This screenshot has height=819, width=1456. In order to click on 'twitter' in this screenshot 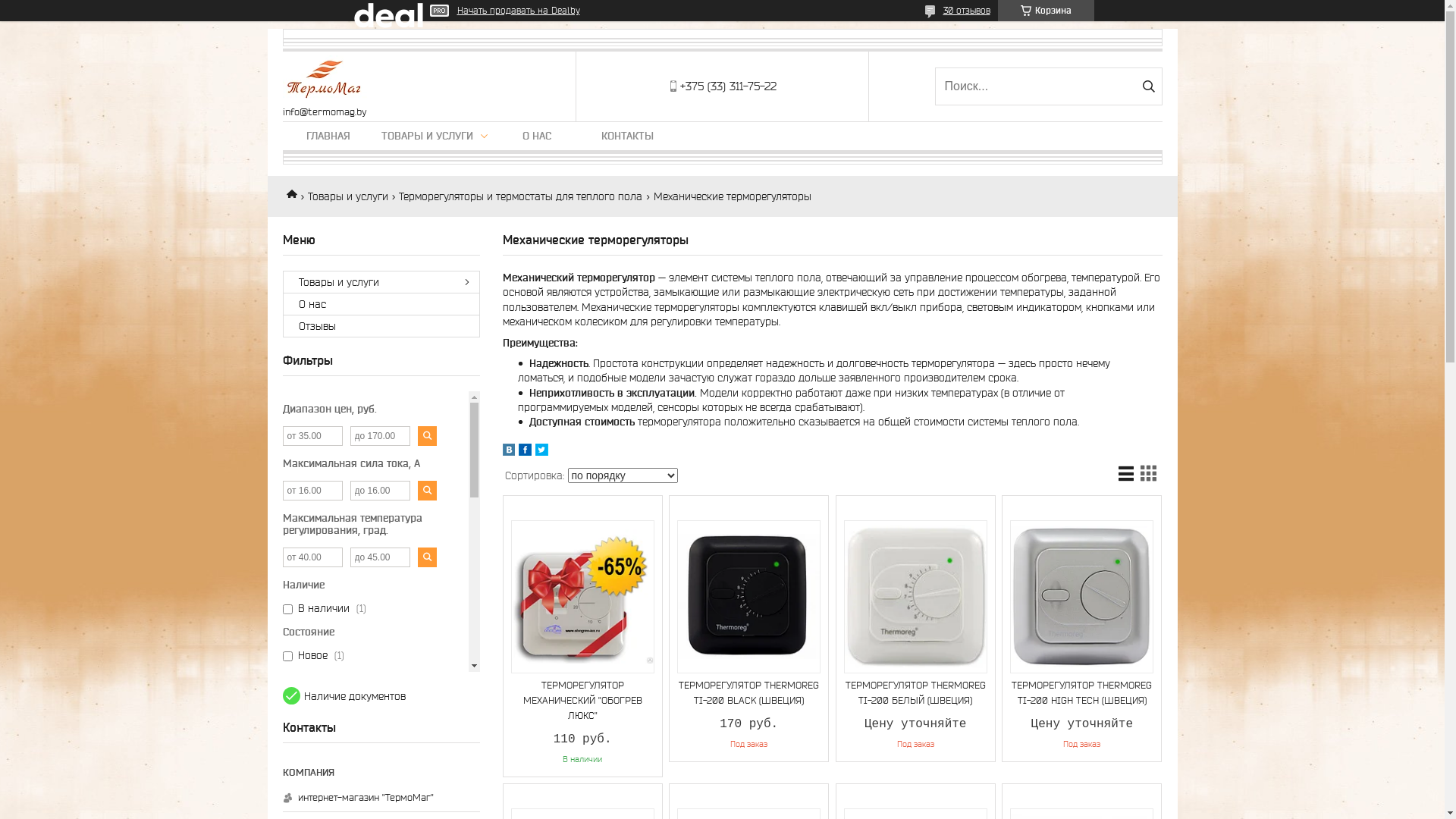, I will do `click(541, 451)`.